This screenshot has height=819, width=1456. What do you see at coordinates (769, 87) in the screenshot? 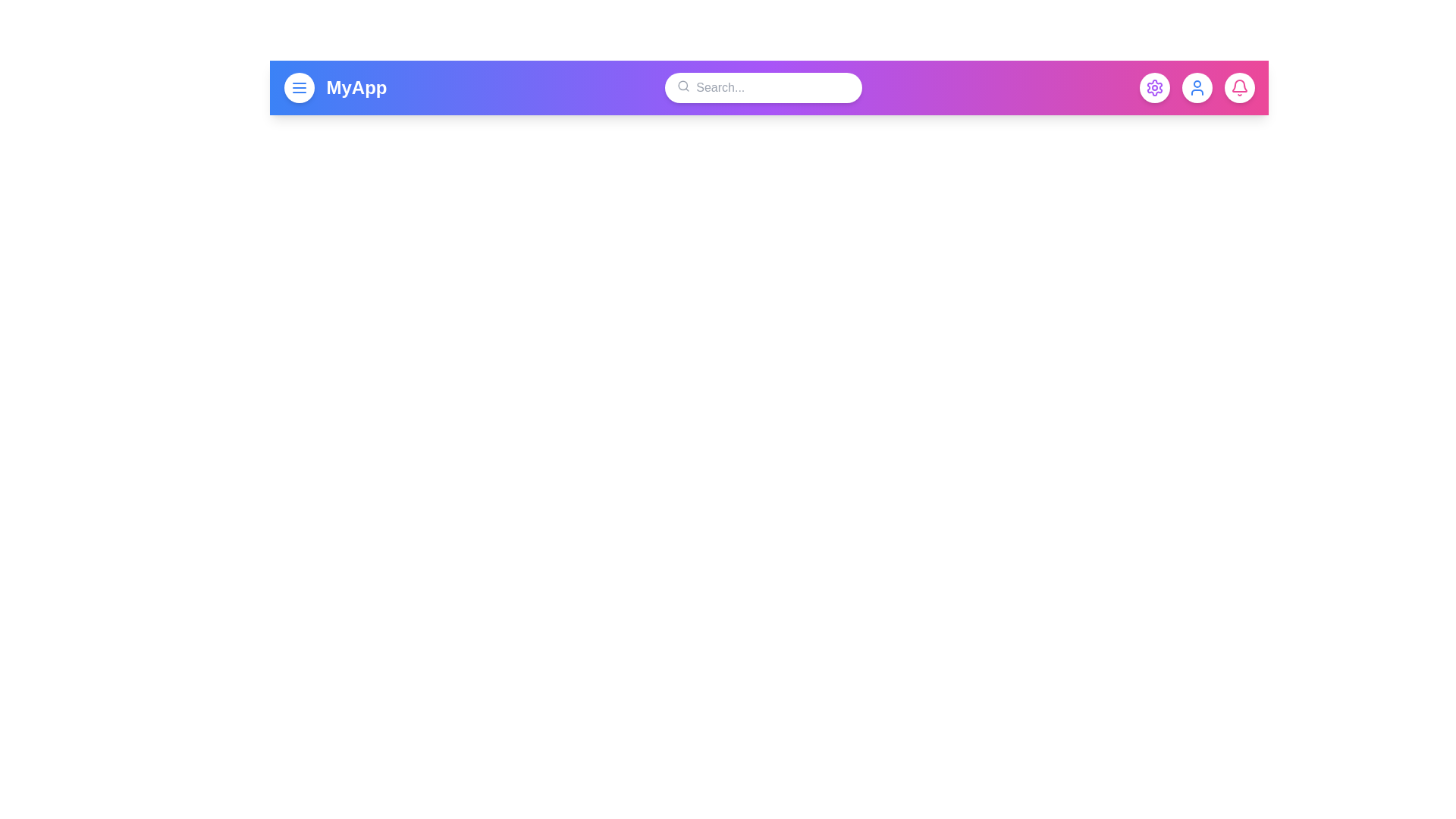
I see `the gradient app bar to trigger its interaction` at bounding box center [769, 87].